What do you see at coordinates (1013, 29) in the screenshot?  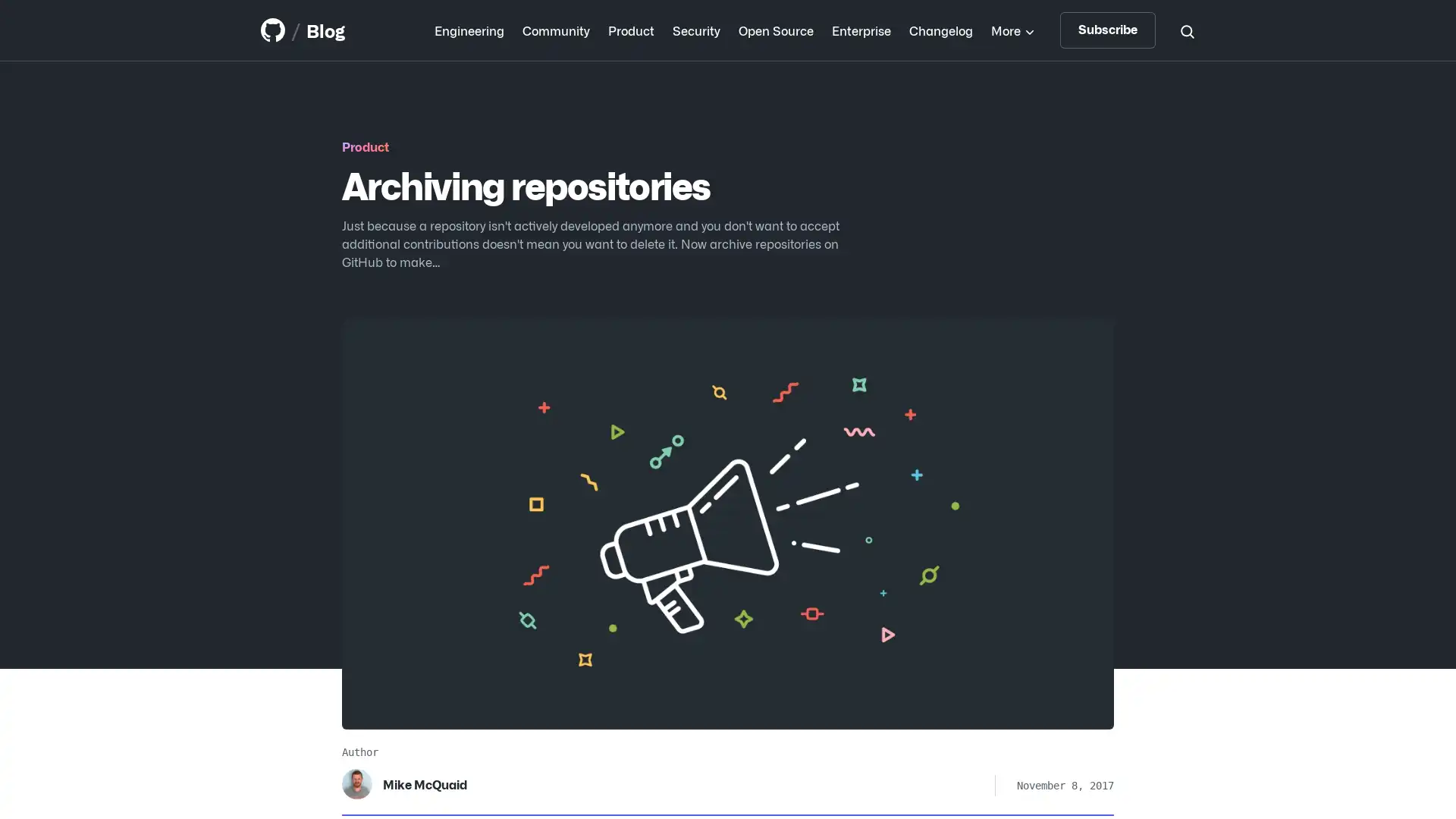 I see `More` at bounding box center [1013, 29].